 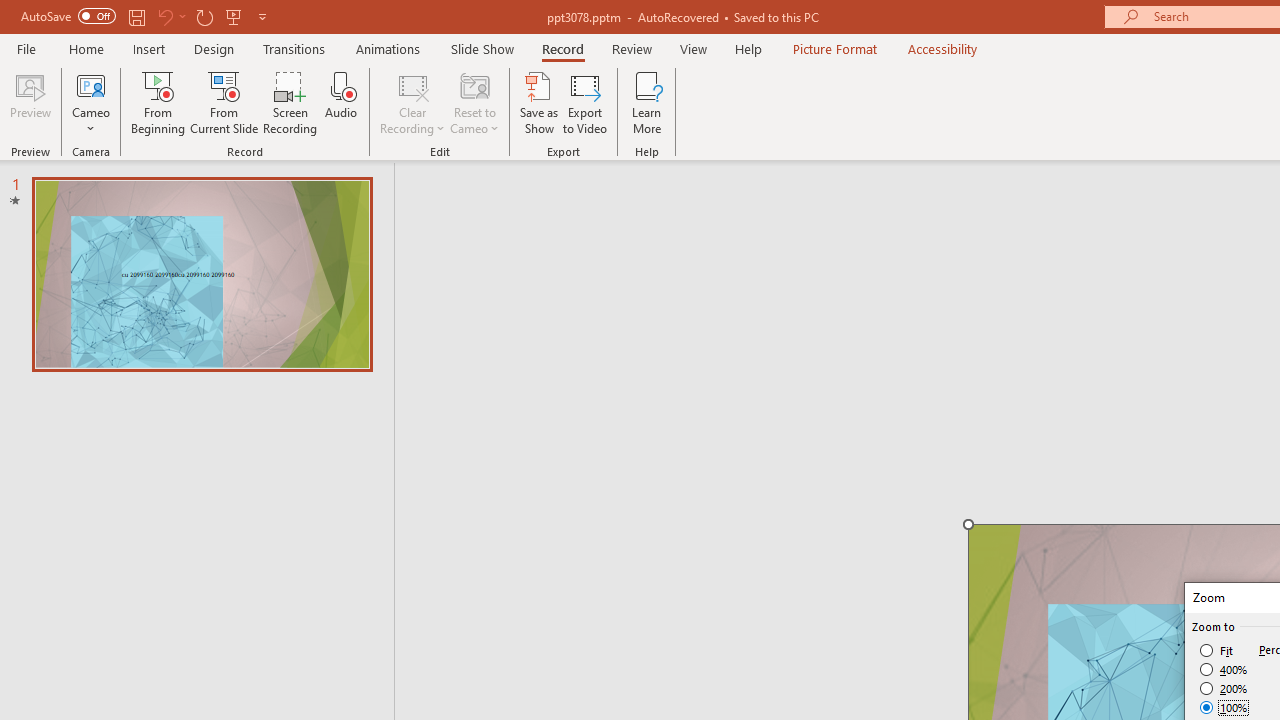 I want to click on '400%', so click(x=1223, y=669).